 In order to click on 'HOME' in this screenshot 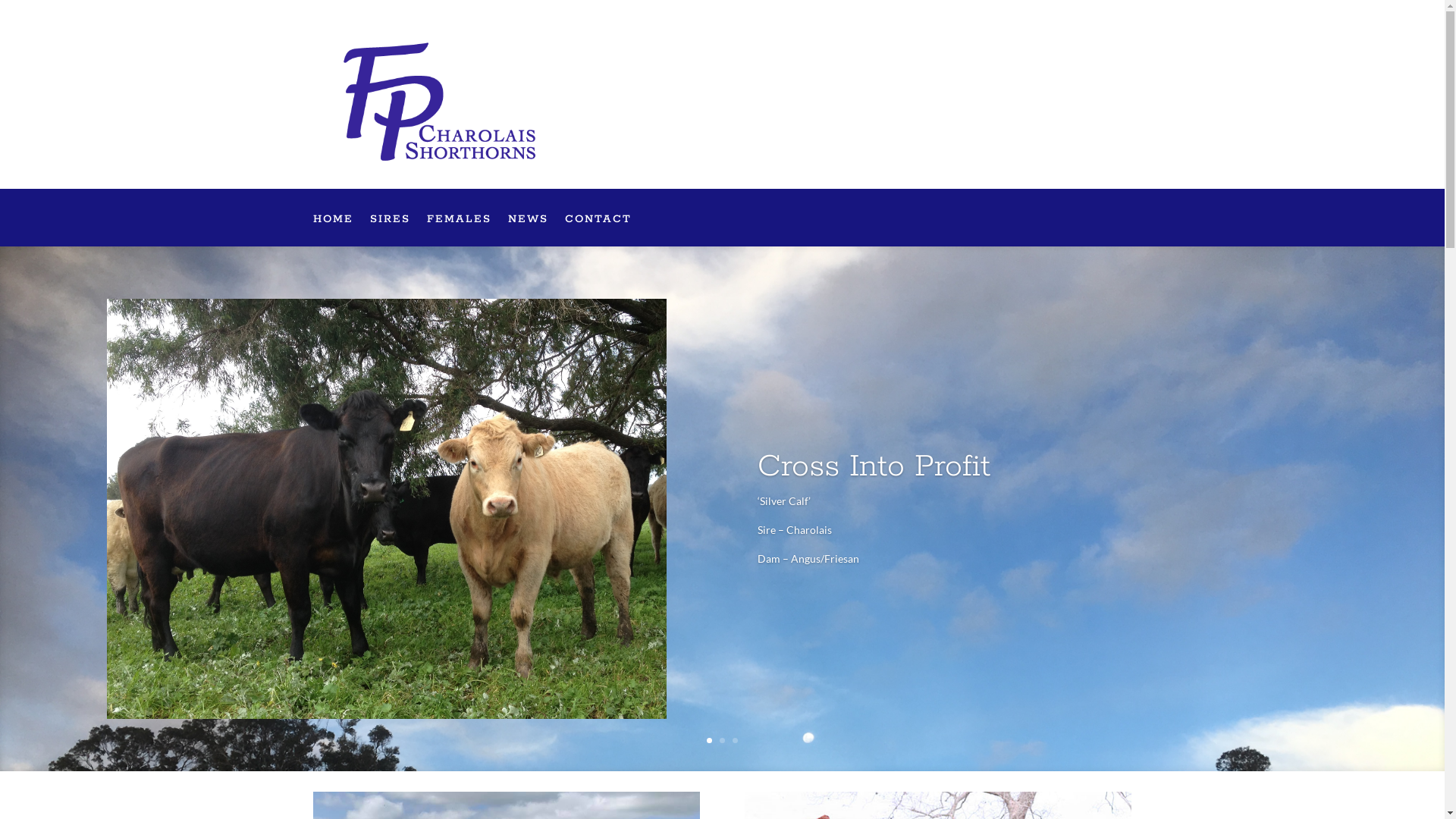, I will do `click(312, 230)`.